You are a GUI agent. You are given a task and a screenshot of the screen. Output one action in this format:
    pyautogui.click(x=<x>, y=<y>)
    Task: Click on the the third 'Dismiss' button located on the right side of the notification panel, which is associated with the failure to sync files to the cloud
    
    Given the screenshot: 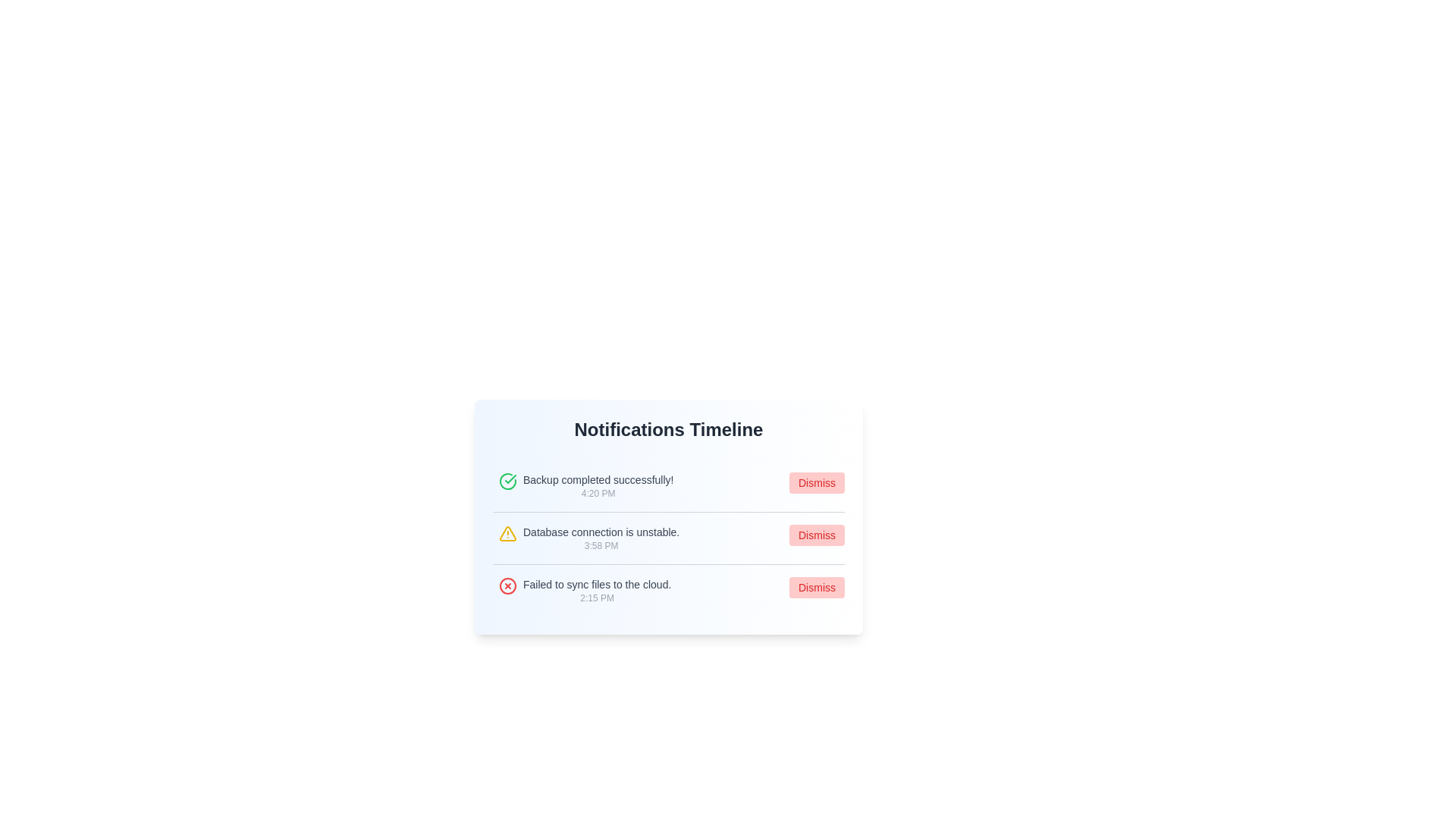 What is the action you would take?
    pyautogui.click(x=816, y=587)
    